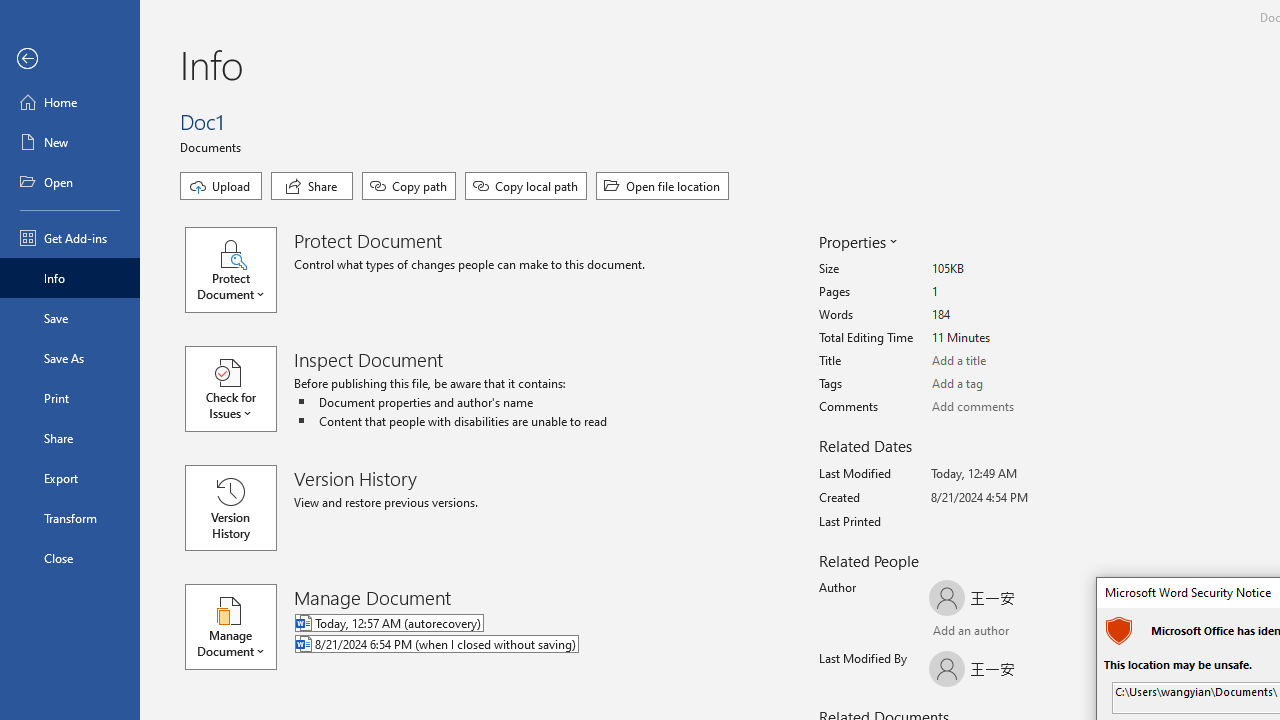 This screenshot has height=720, width=1280. What do you see at coordinates (231, 506) in the screenshot?
I see `'Version History'` at bounding box center [231, 506].